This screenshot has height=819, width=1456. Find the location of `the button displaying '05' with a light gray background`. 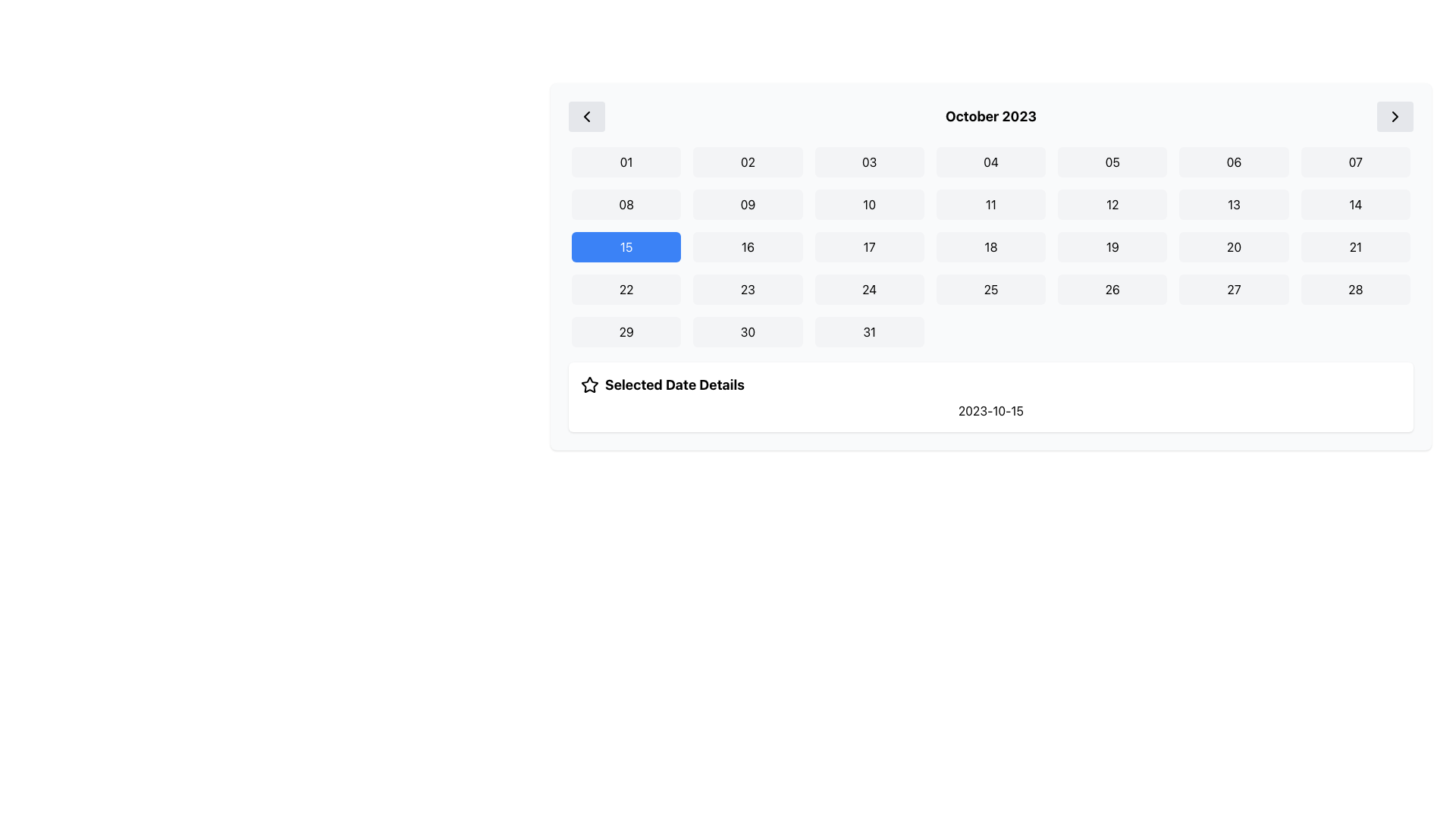

the button displaying '05' with a light gray background is located at coordinates (1112, 162).